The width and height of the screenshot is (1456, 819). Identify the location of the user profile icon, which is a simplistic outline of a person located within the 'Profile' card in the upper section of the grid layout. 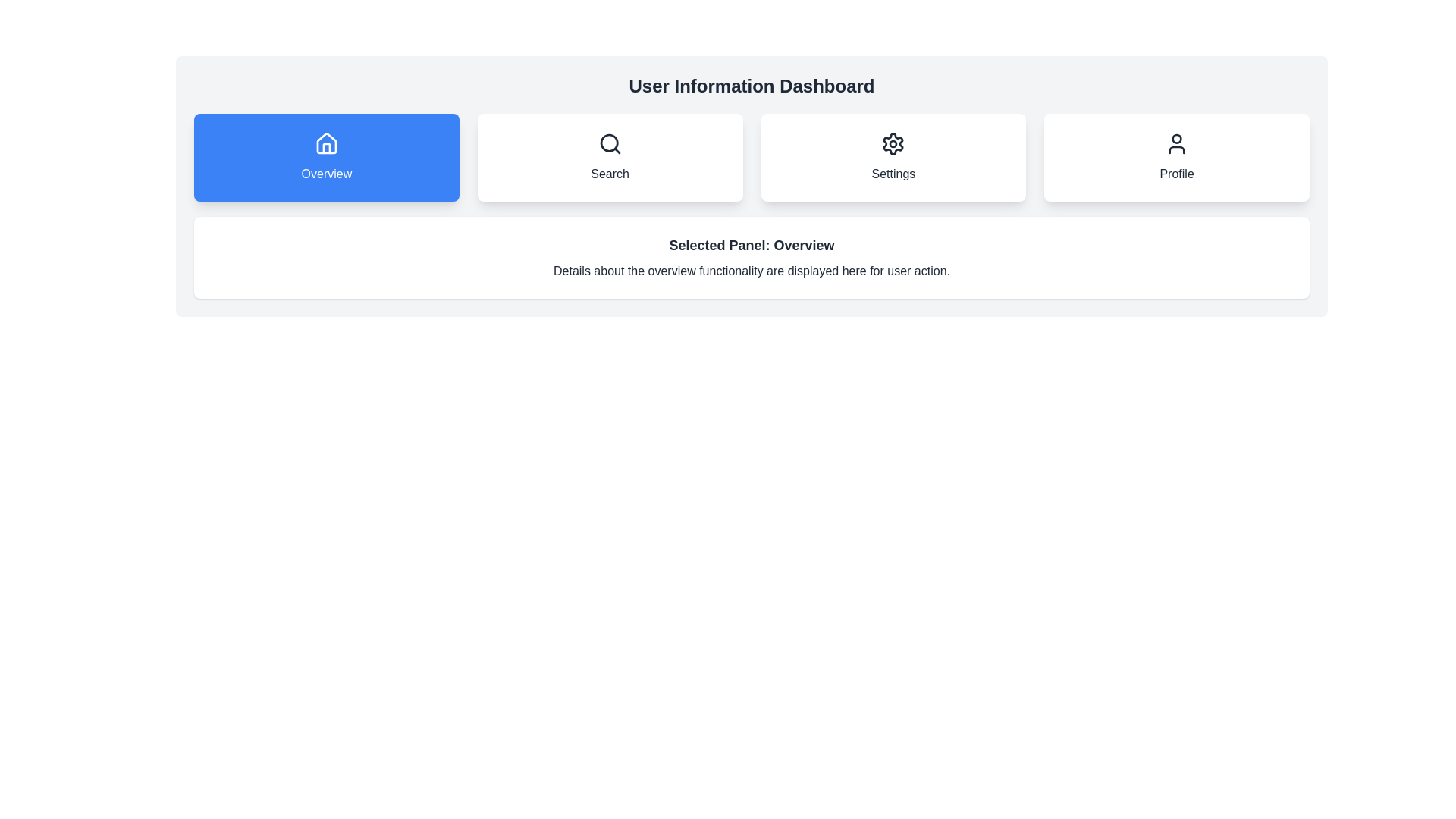
(1176, 143).